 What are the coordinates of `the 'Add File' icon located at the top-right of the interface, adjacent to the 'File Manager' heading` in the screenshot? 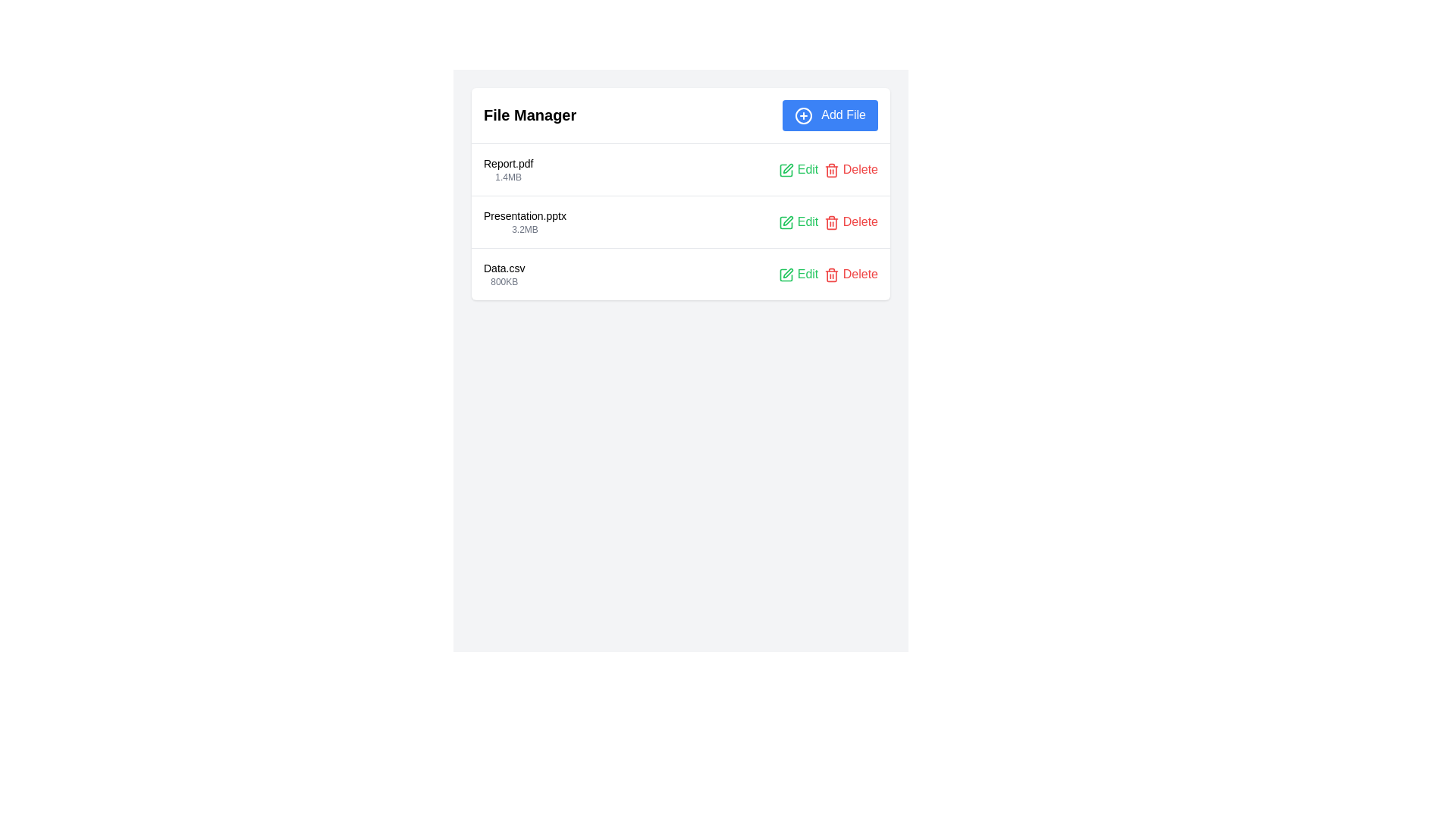 It's located at (802, 115).